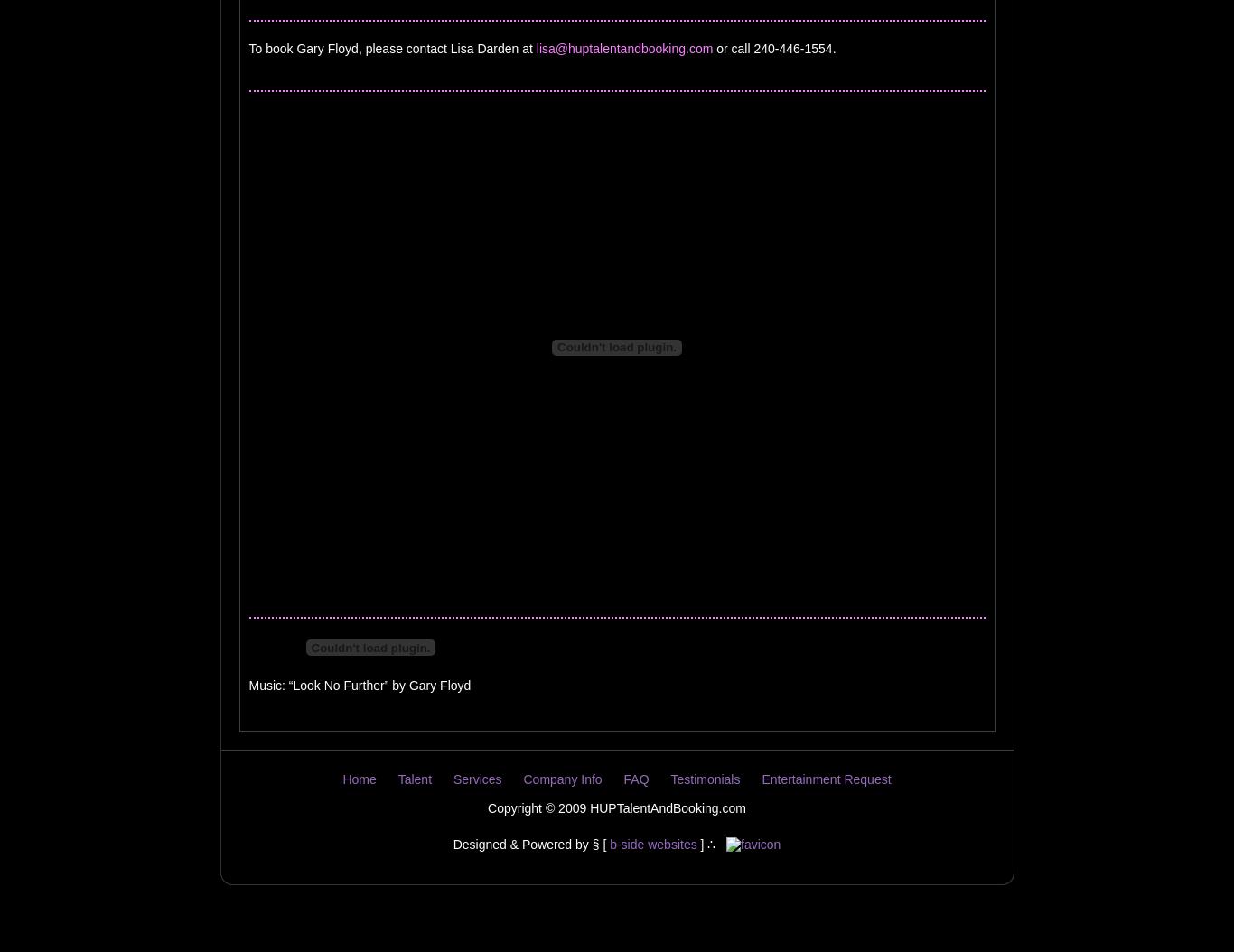 Image resolution: width=1234 pixels, height=952 pixels. What do you see at coordinates (826, 779) in the screenshot?
I see `'Entertainment Request'` at bounding box center [826, 779].